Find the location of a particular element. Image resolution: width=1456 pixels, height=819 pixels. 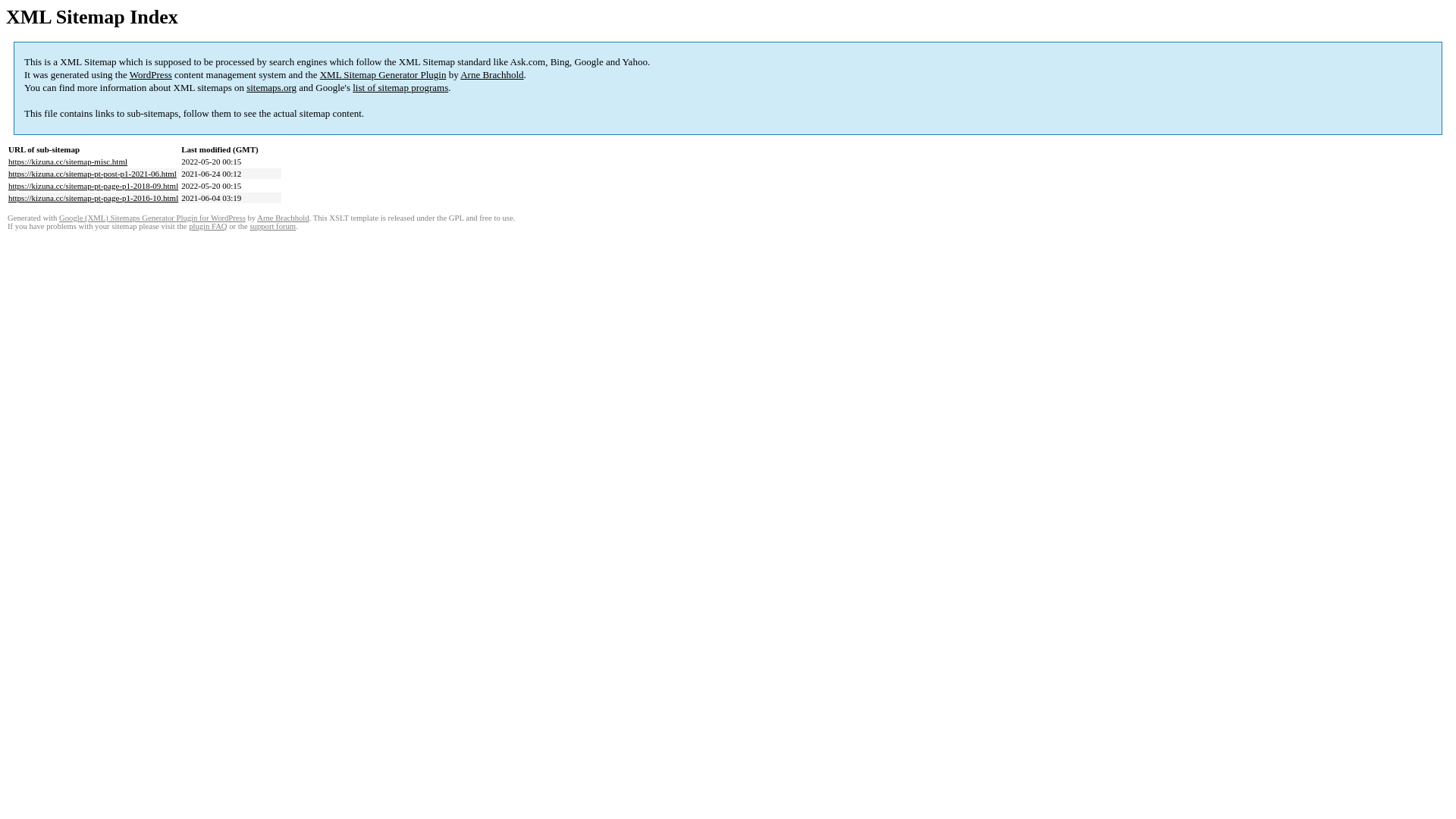

'https://kizuna.cc/sitemap-pt-page-p1-2016-10.html' is located at coordinates (93, 197).